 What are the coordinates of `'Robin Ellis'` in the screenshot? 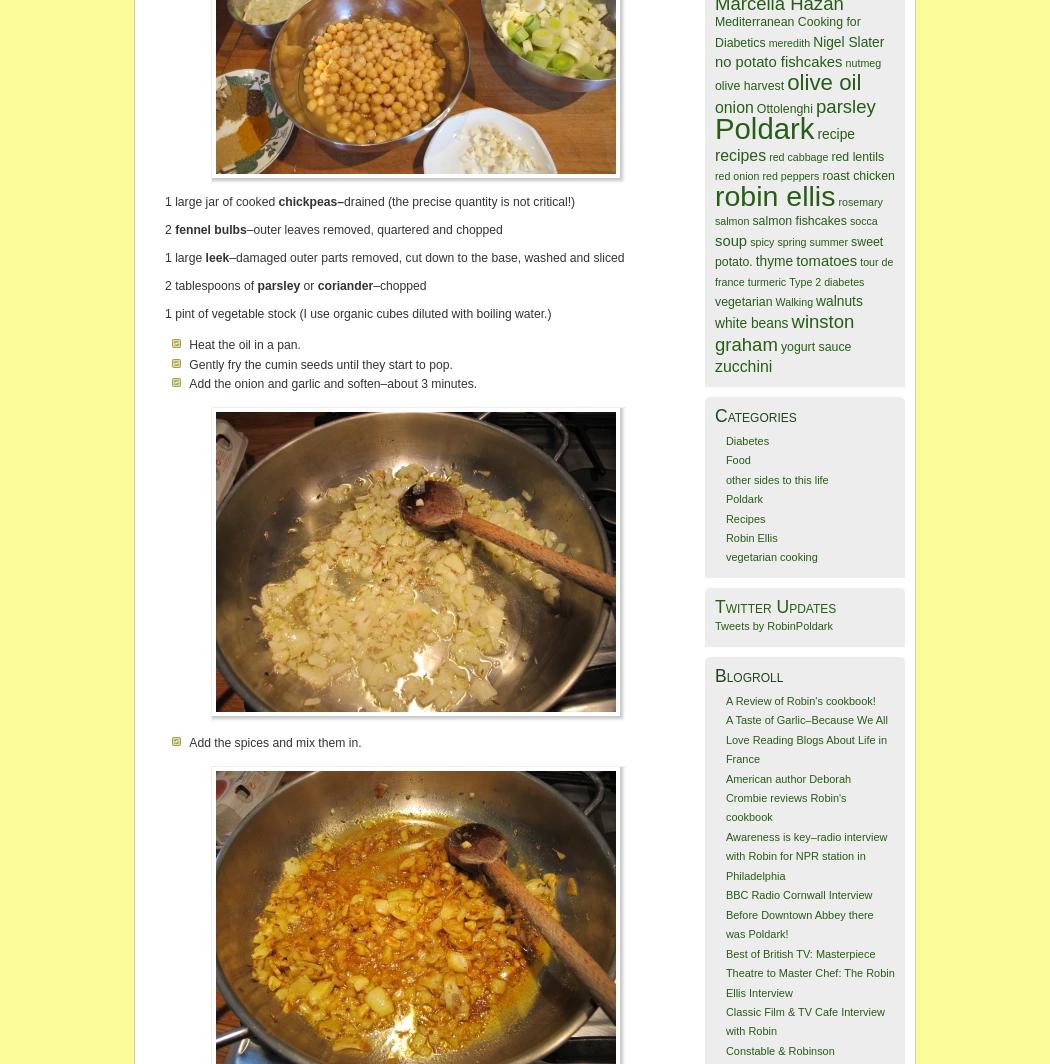 It's located at (750, 537).